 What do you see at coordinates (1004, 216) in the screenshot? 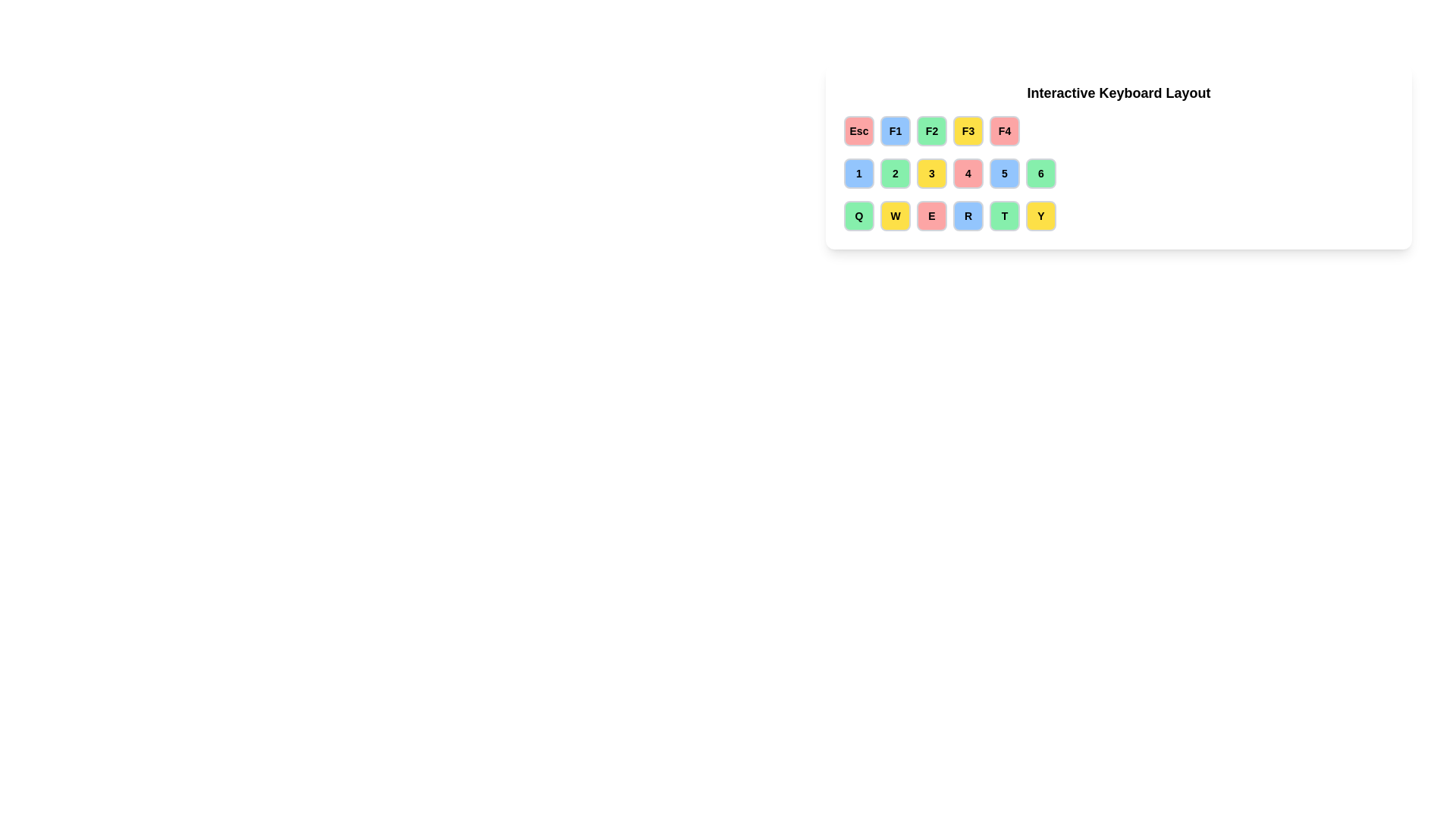
I see `the 'T' key button located in the fifth position from the left in the horizontal row of buttons on the interactive keyboard layout` at bounding box center [1004, 216].